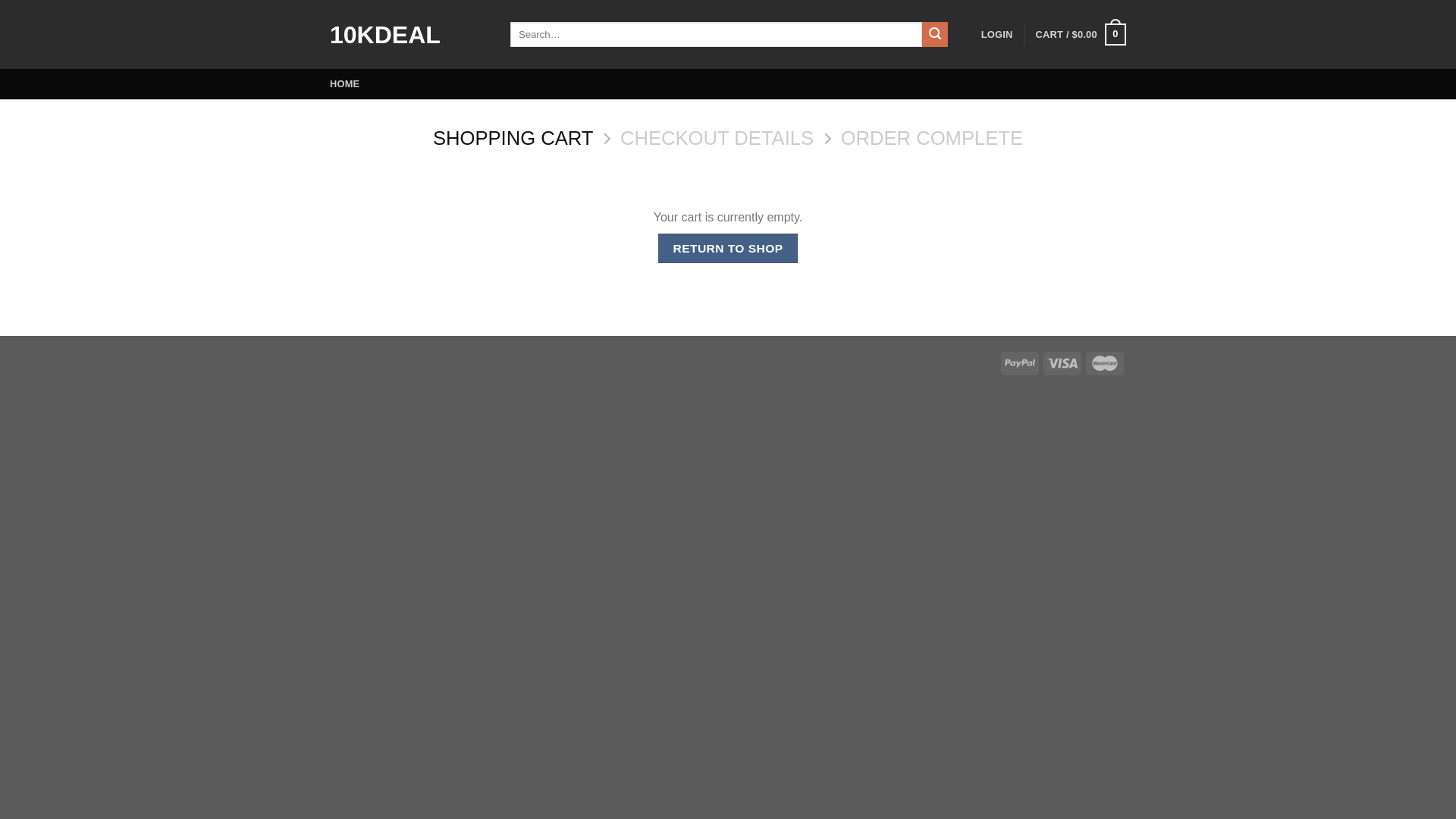 This screenshot has width=1456, height=819. I want to click on 'LOGIN', so click(997, 34).